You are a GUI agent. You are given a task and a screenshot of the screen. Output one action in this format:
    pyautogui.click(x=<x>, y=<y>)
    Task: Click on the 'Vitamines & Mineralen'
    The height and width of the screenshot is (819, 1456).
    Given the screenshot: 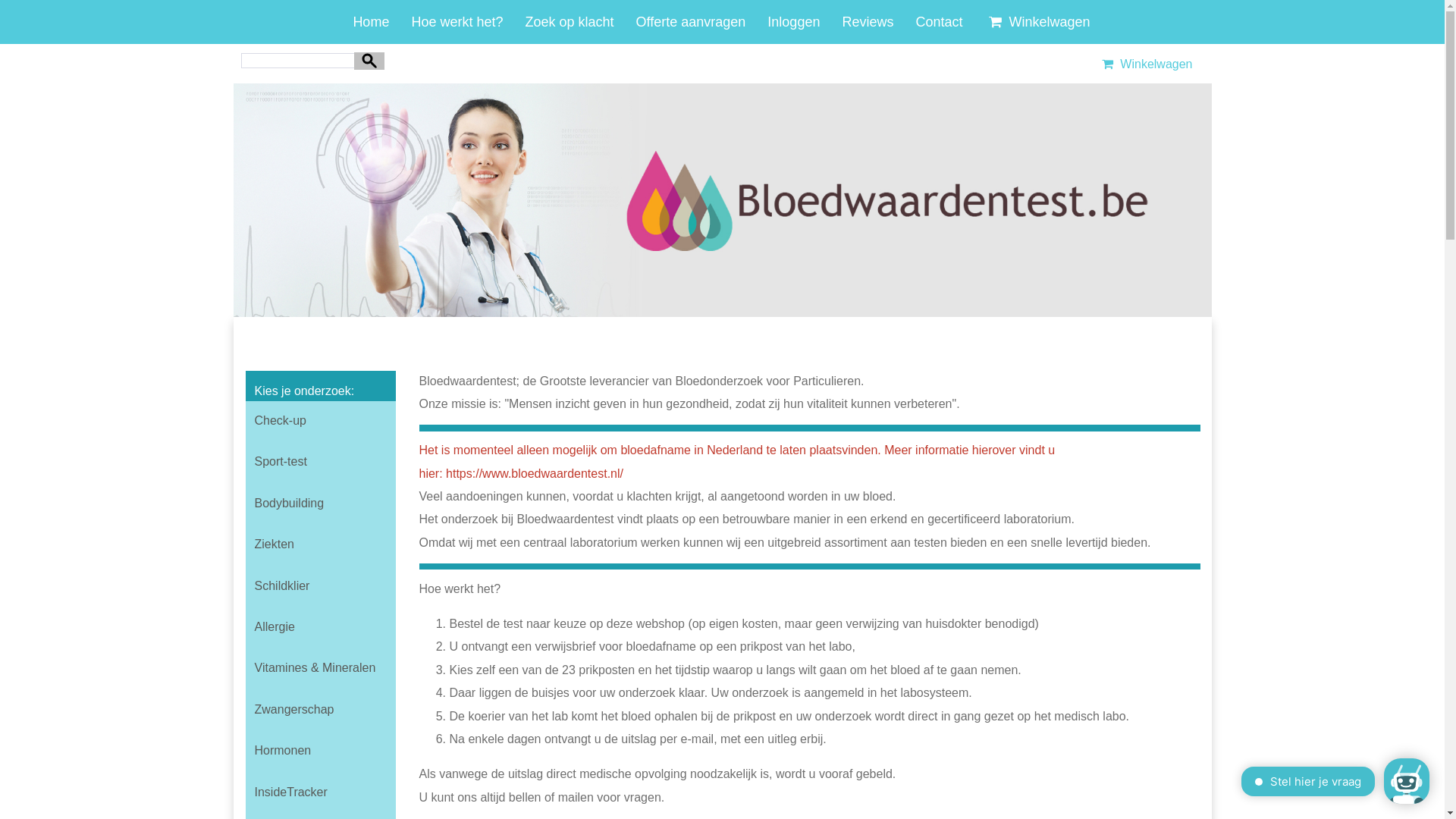 What is the action you would take?
    pyautogui.click(x=319, y=667)
    